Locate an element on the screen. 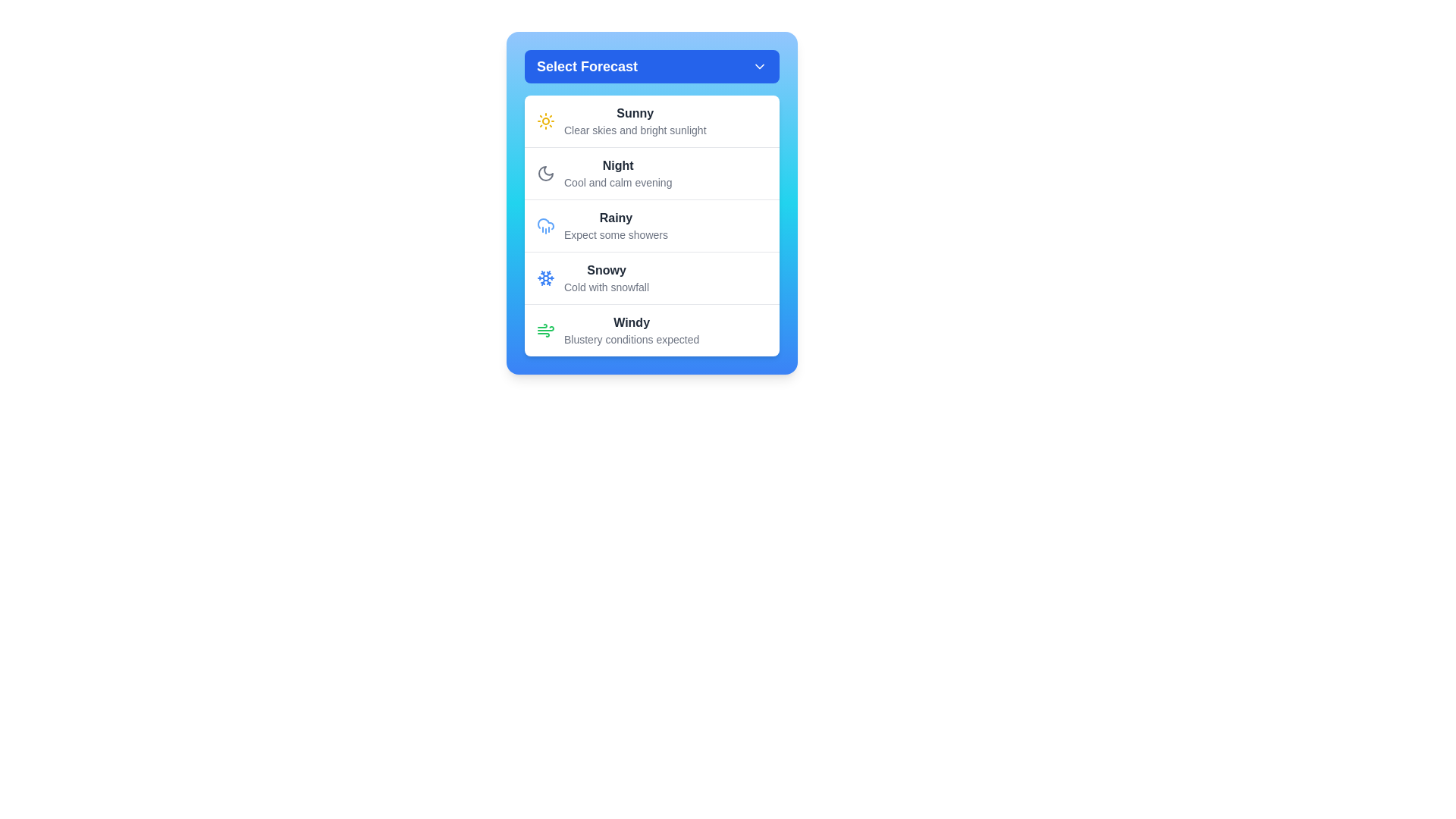 Image resolution: width=1456 pixels, height=819 pixels. text label displaying 'Cool and calm evening', which is a smaller gray-colored font subtitle located directly below the bold 'Night' label in the forecast options list is located at coordinates (618, 181).